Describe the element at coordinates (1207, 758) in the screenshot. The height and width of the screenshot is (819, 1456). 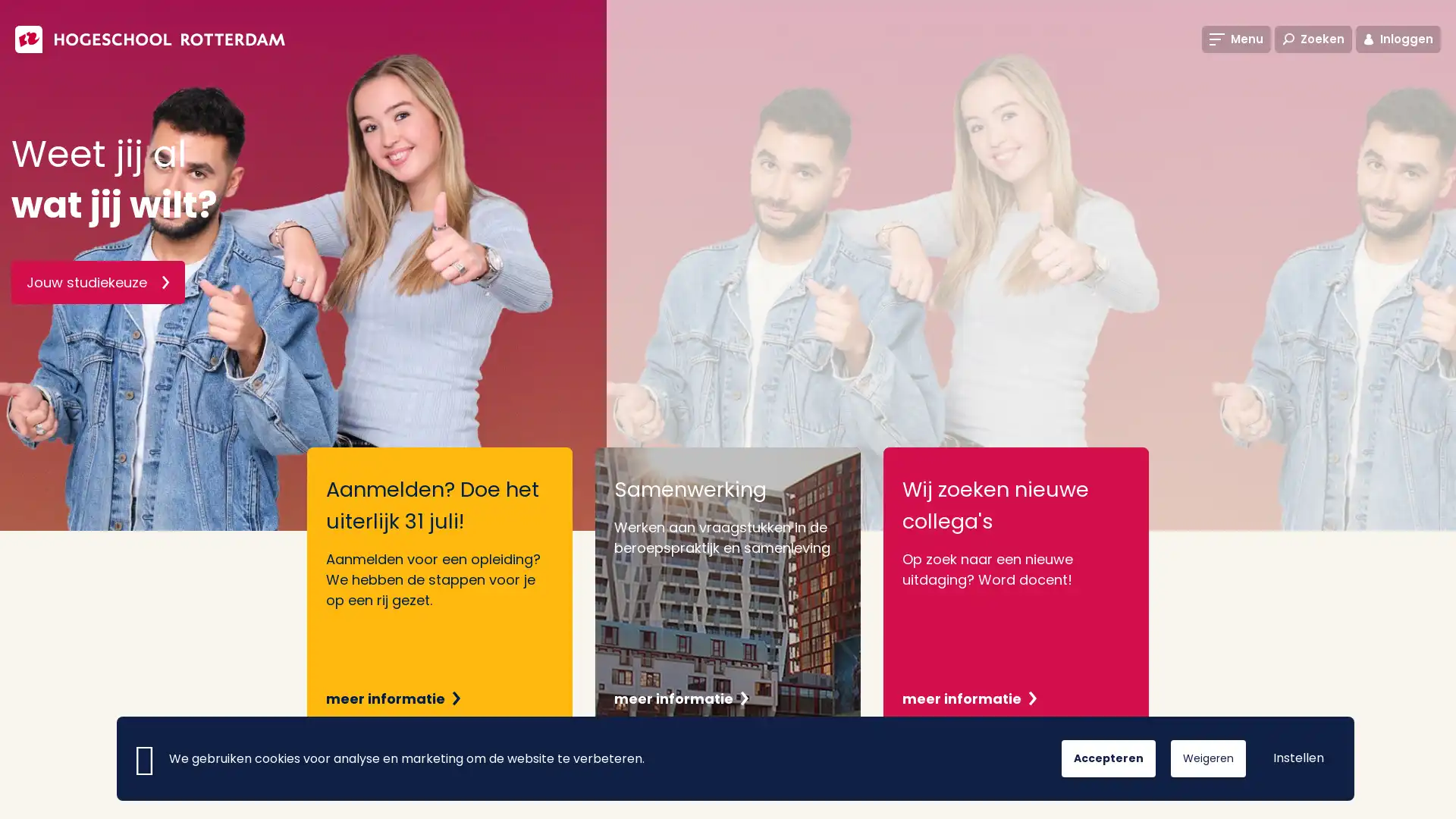
I see `Weigeren` at that location.